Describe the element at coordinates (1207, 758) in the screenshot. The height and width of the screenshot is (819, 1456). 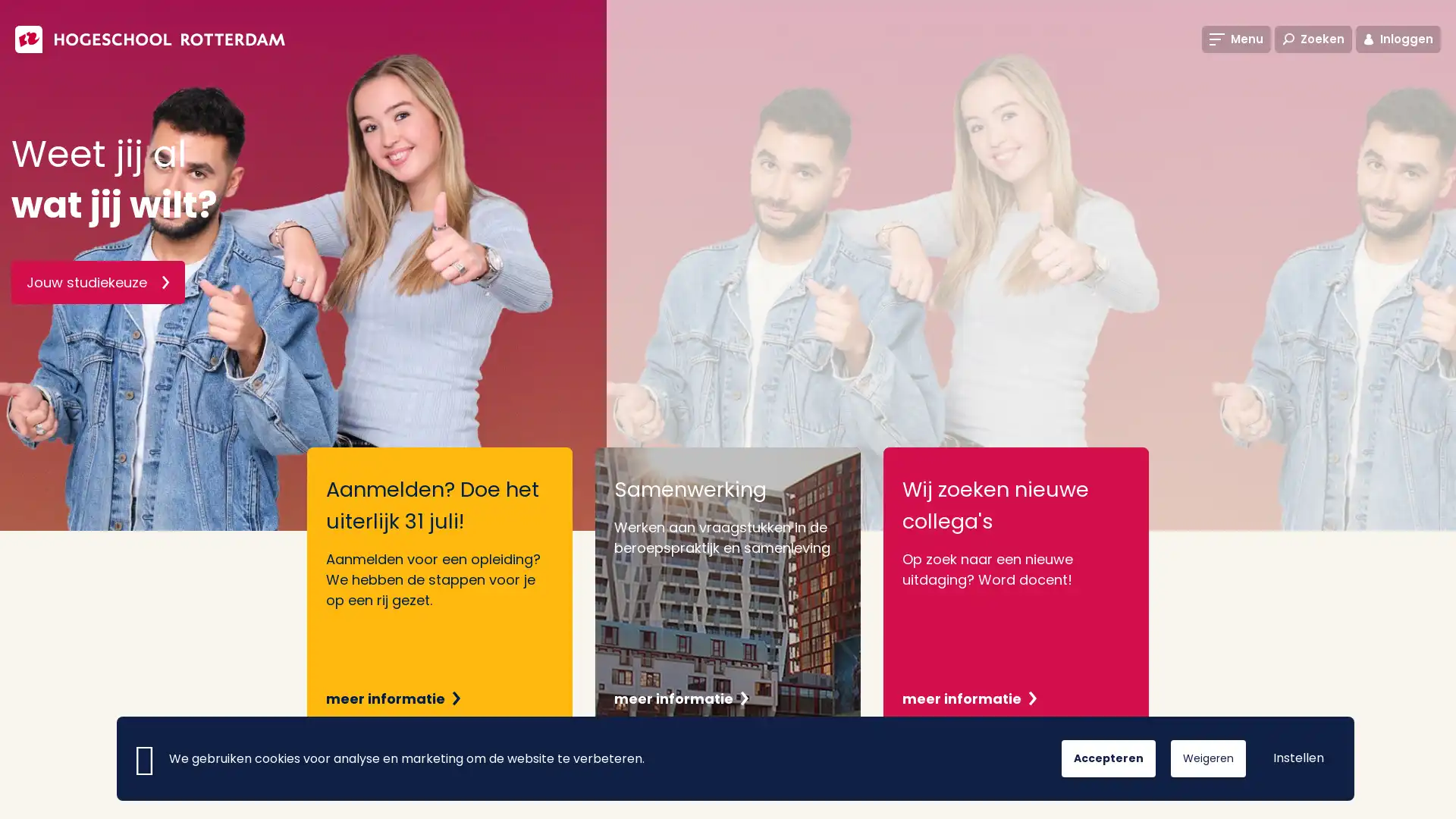
I see `Weigeren` at that location.